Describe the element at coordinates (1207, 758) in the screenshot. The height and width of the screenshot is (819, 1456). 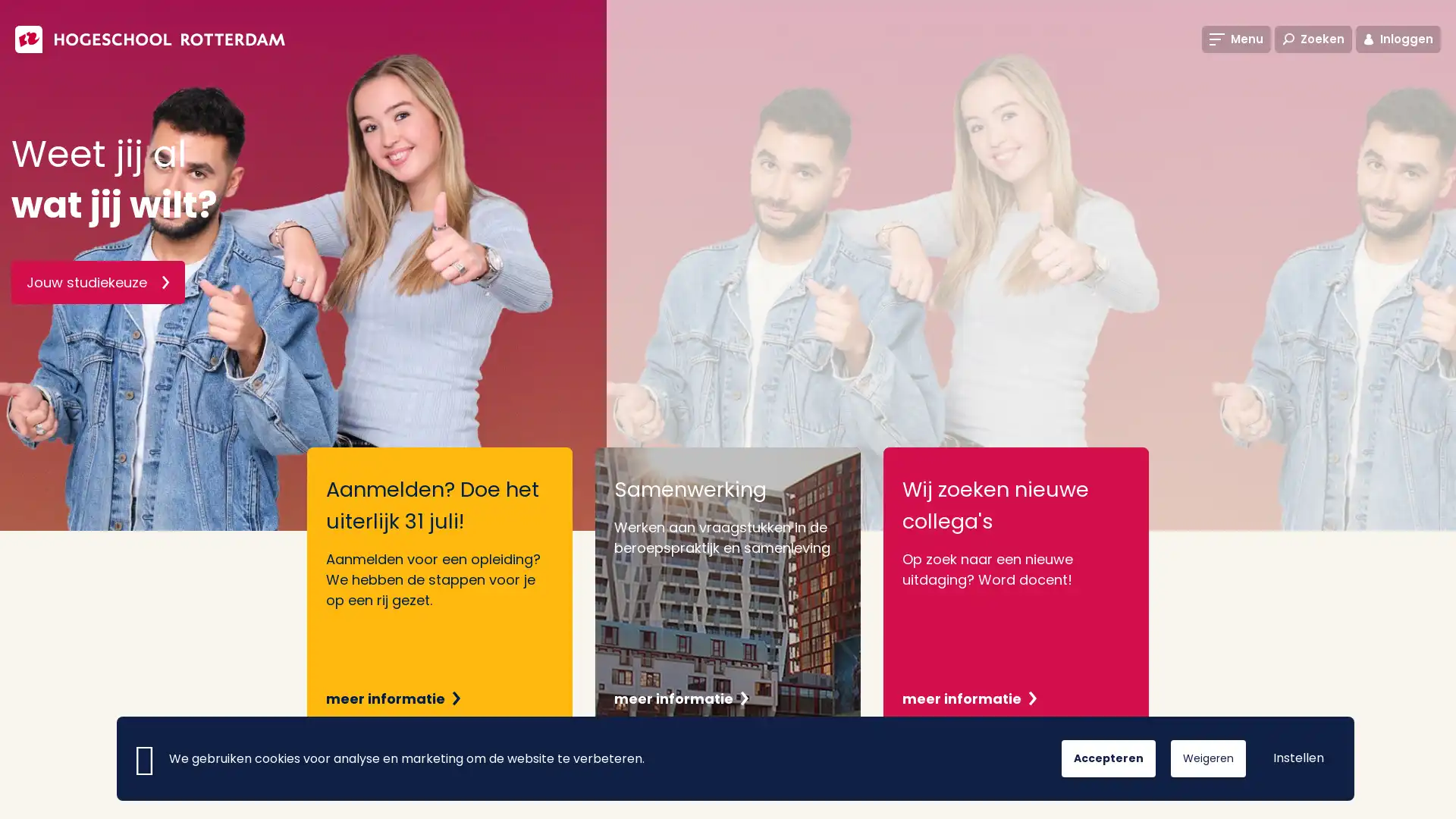
I see `Weigeren` at that location.